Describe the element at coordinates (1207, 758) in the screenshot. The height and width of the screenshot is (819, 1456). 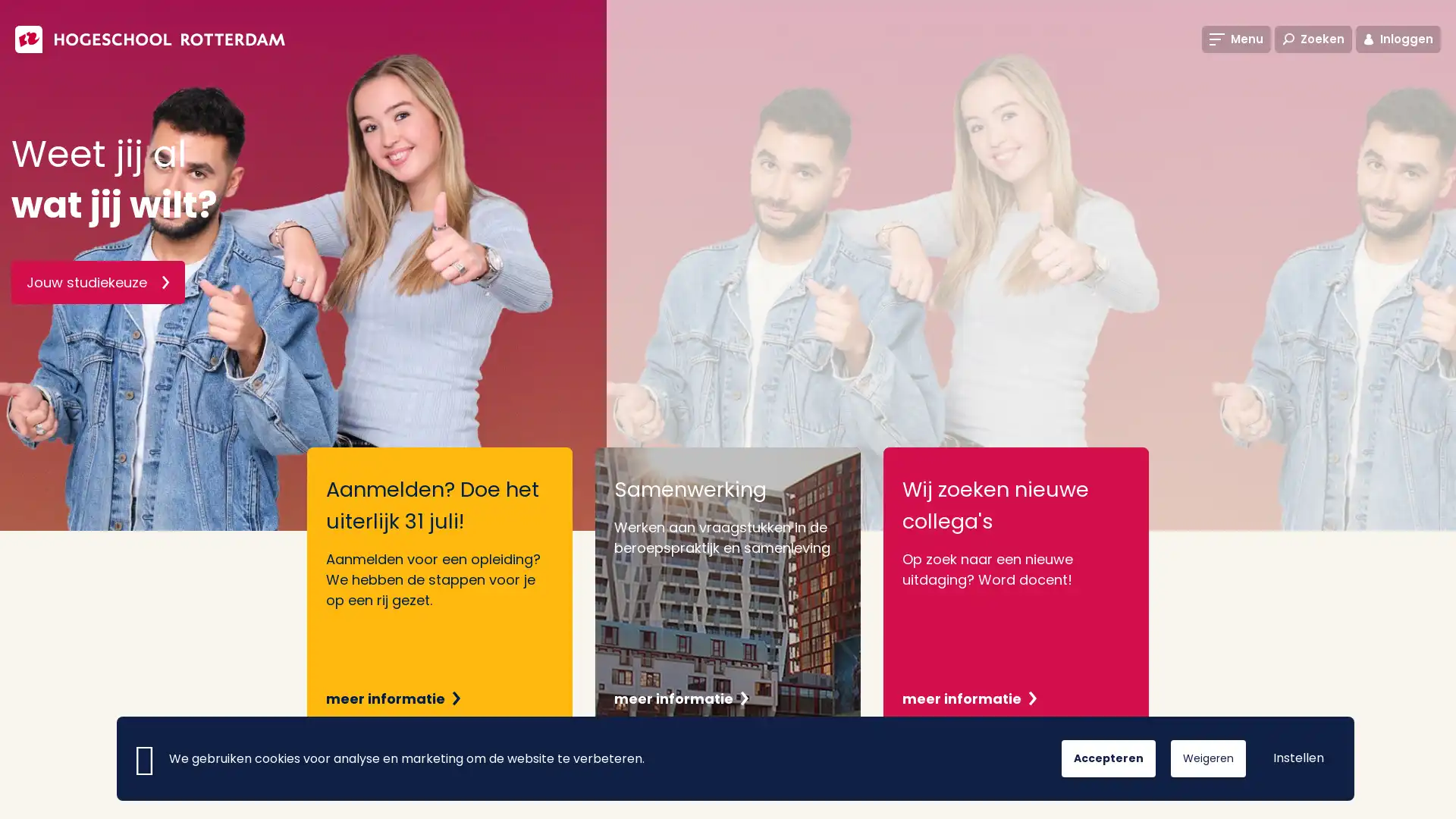
I see `Weigeren` at that location.